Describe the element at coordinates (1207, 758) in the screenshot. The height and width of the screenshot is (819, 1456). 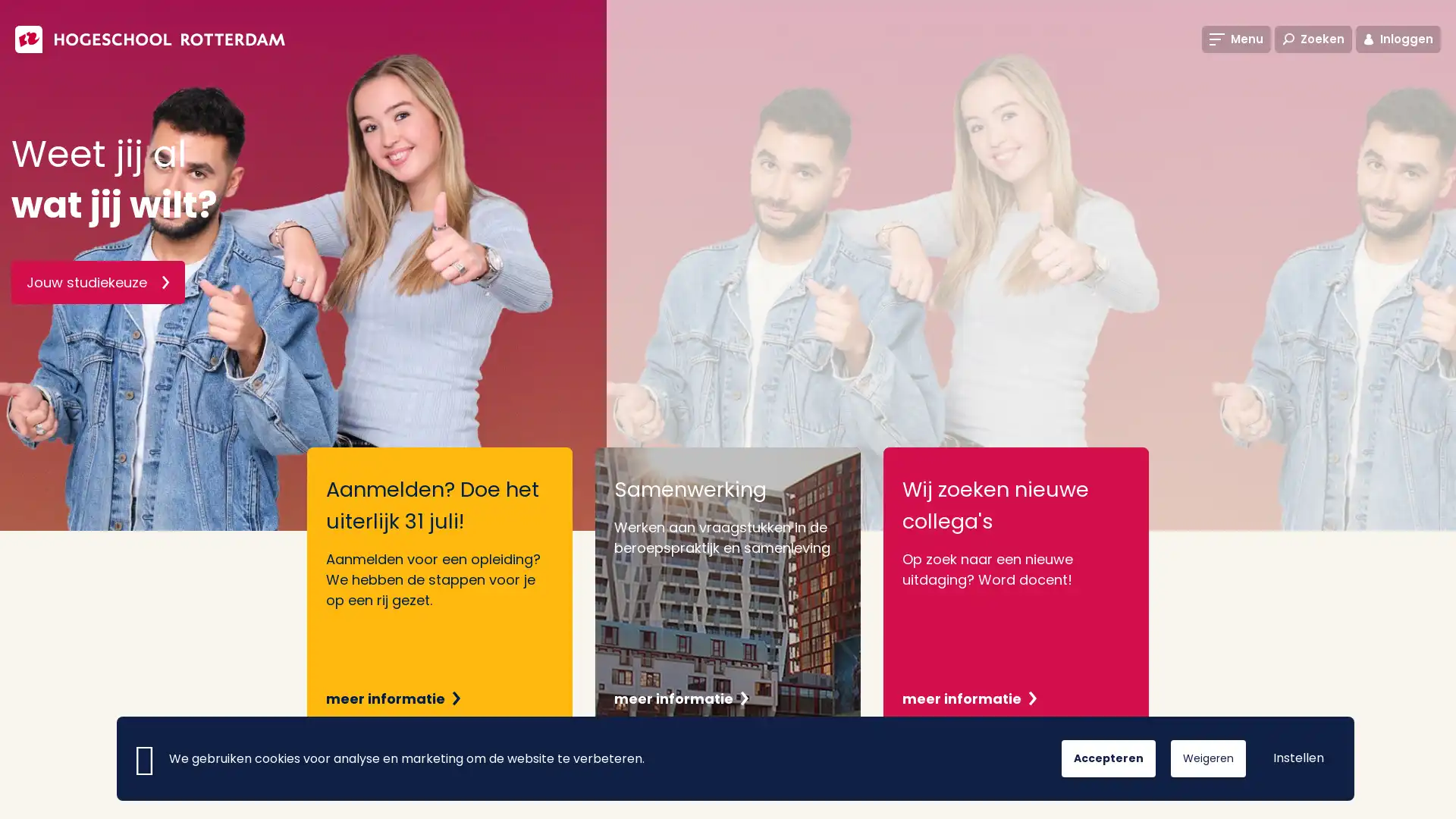
I see `Weigeren` at that location.